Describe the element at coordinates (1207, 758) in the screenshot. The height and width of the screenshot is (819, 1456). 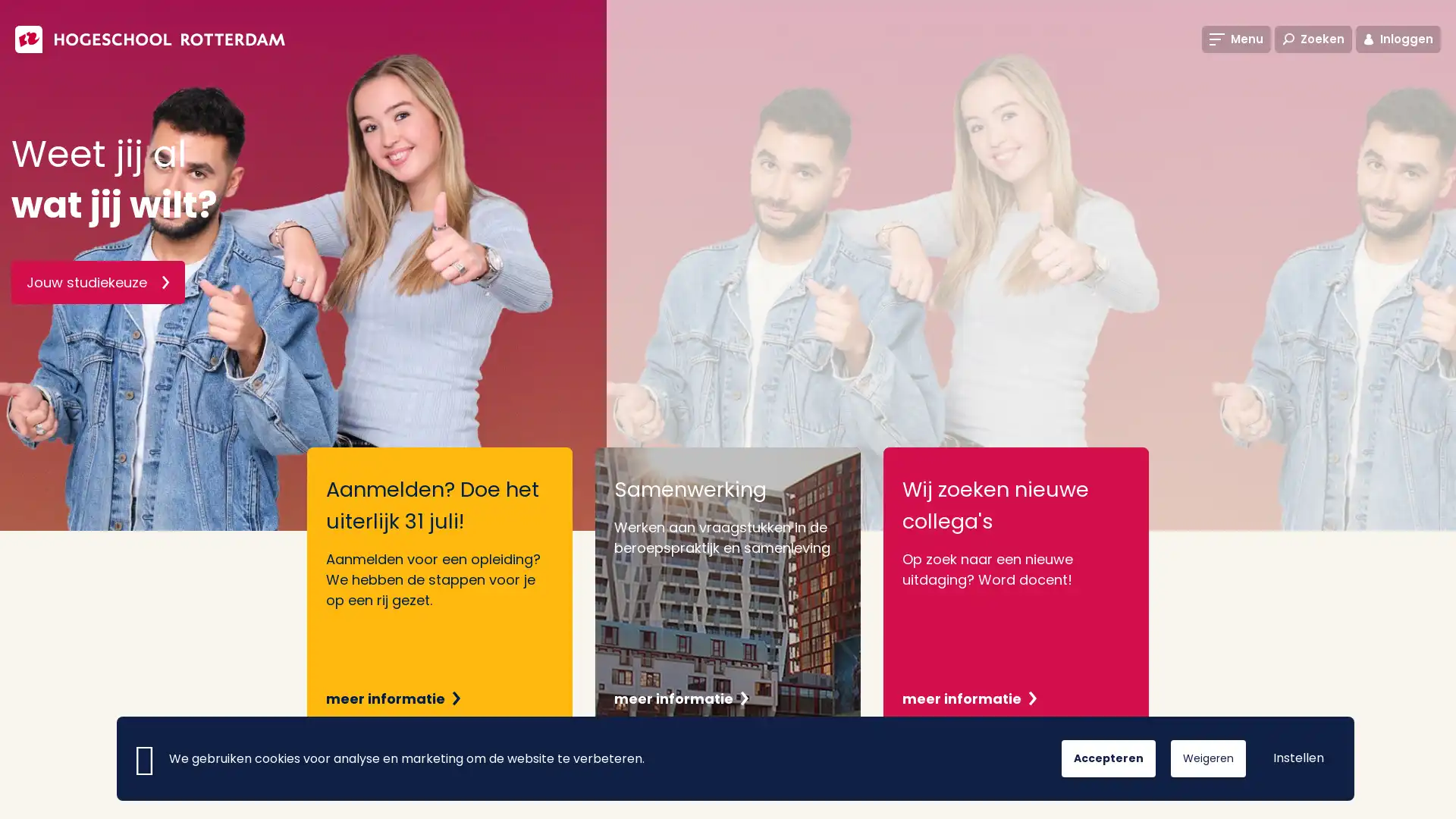
I see `Weigeren` at that location.